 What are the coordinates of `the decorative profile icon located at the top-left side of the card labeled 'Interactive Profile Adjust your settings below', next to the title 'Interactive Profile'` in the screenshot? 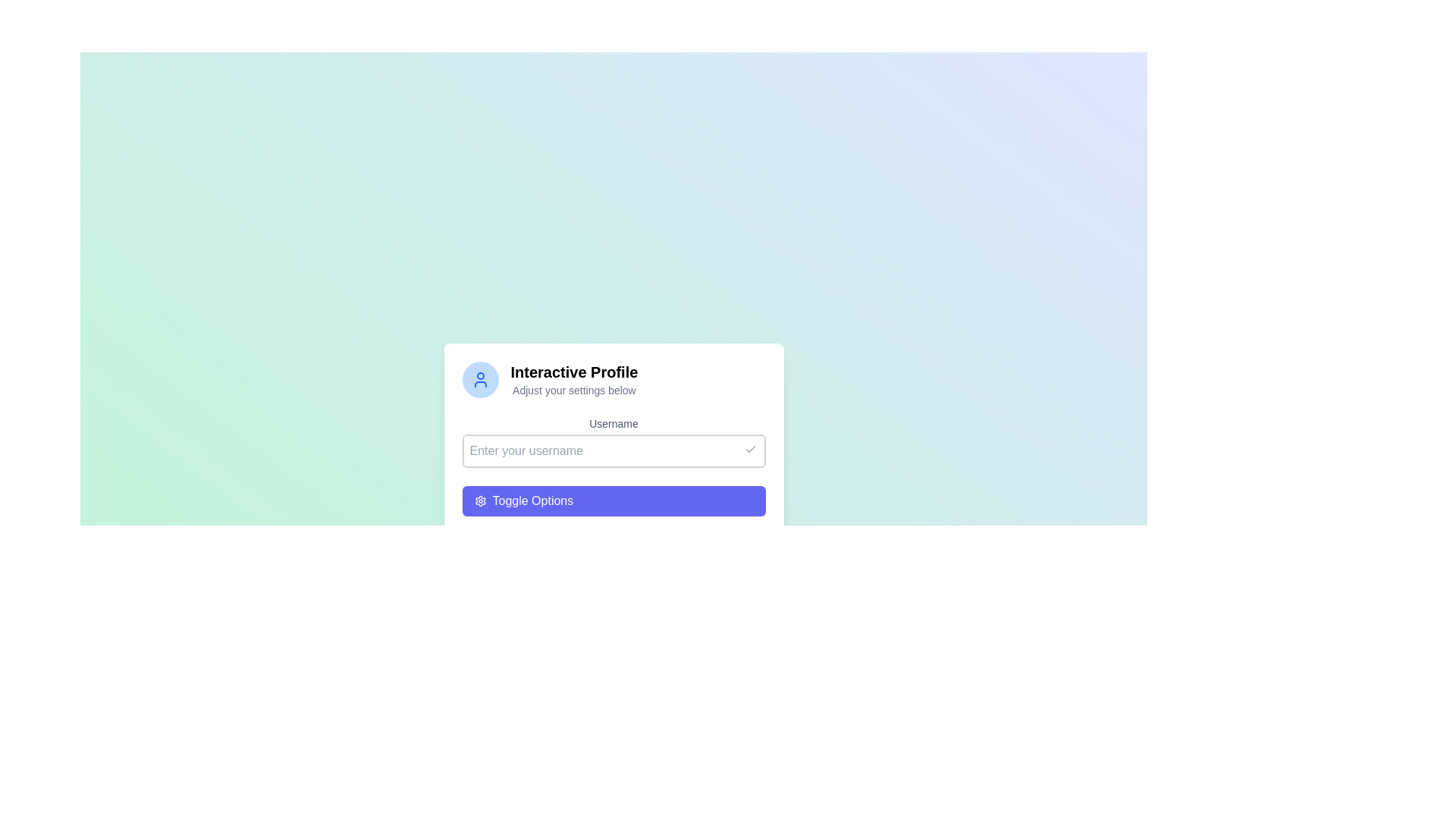 It's located at (479, 379).